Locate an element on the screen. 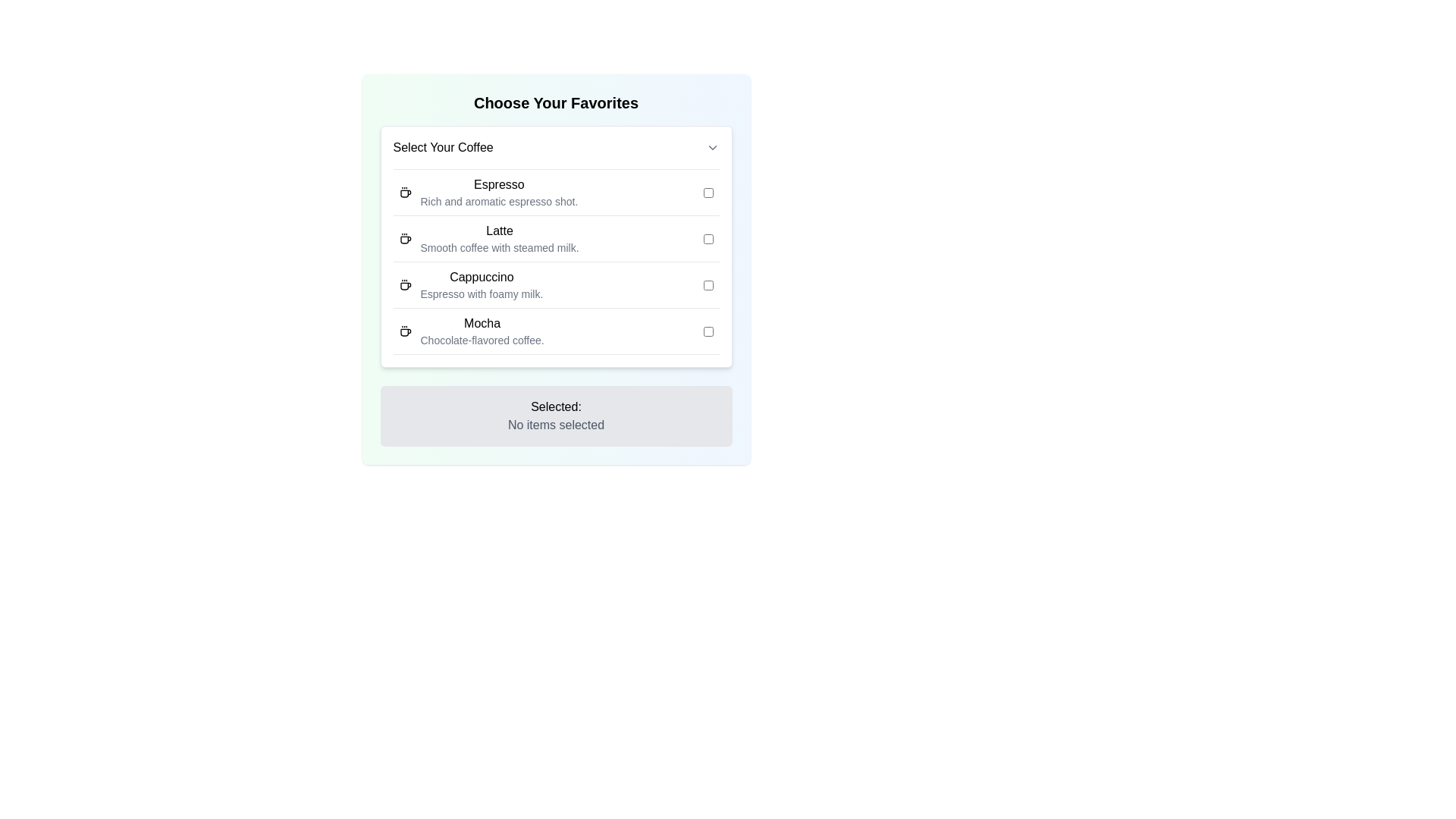  the last selectable coffee option in the list is located at coordinates (555, 331).